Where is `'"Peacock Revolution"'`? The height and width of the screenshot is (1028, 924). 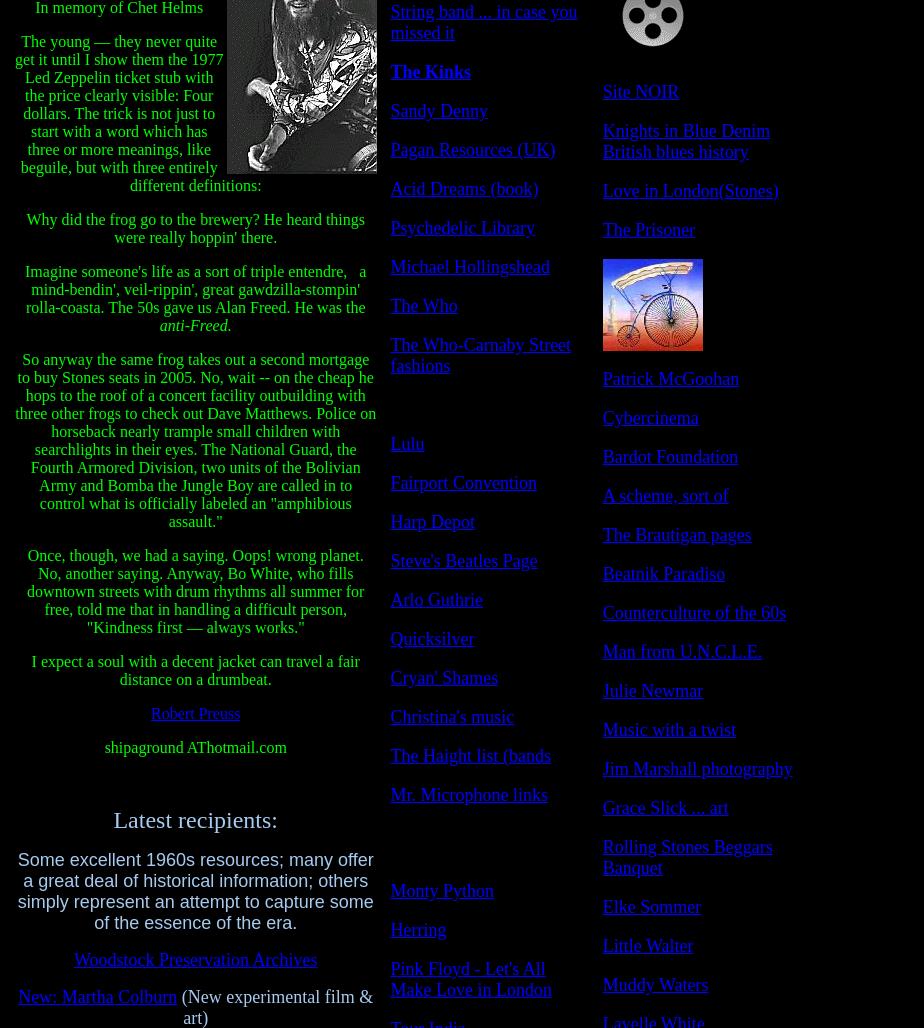
'"Peacock Revolution"' is located at coordinates (469, 405).